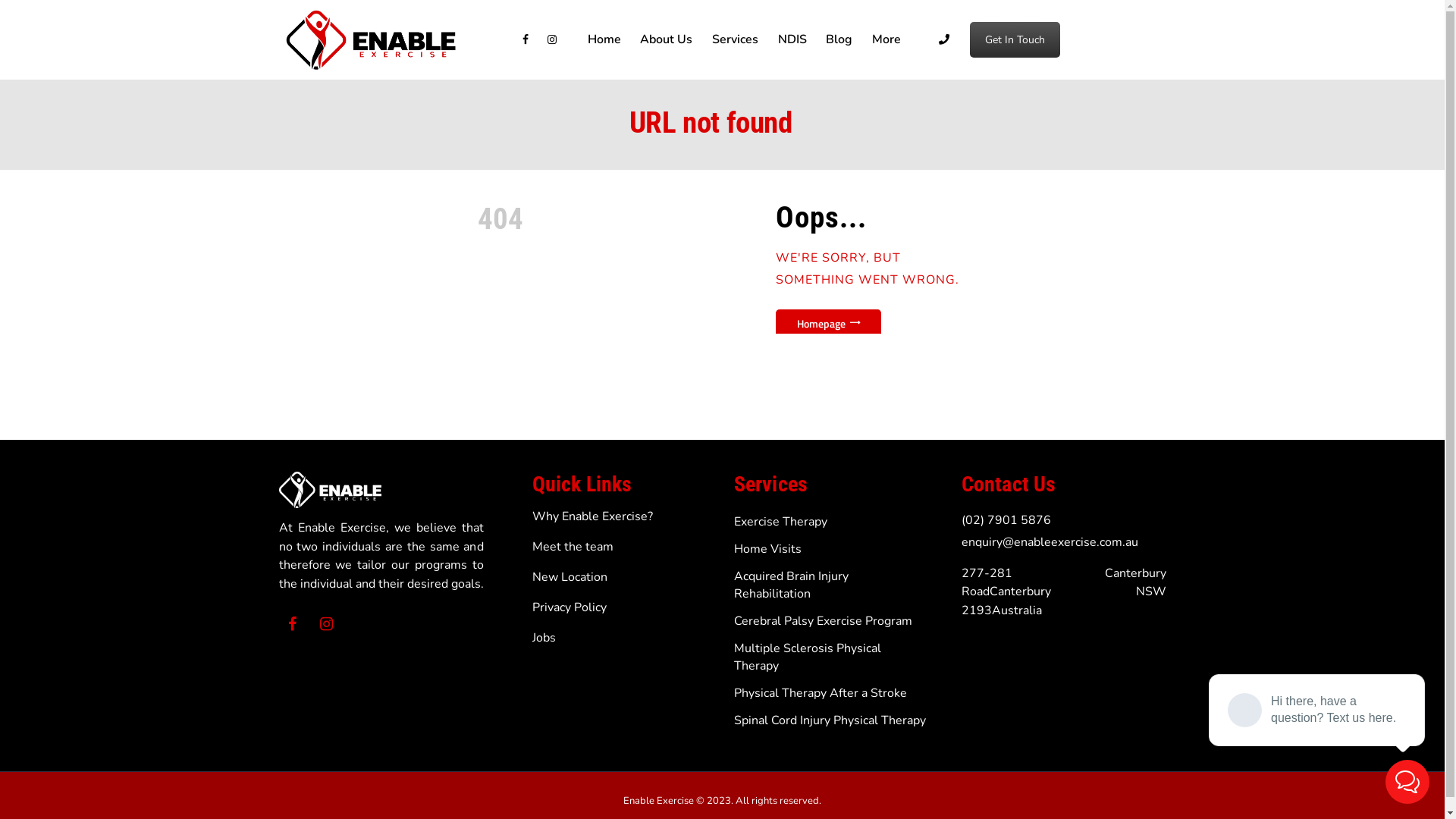  I want to click on 'NDIS', so click(792, 39).